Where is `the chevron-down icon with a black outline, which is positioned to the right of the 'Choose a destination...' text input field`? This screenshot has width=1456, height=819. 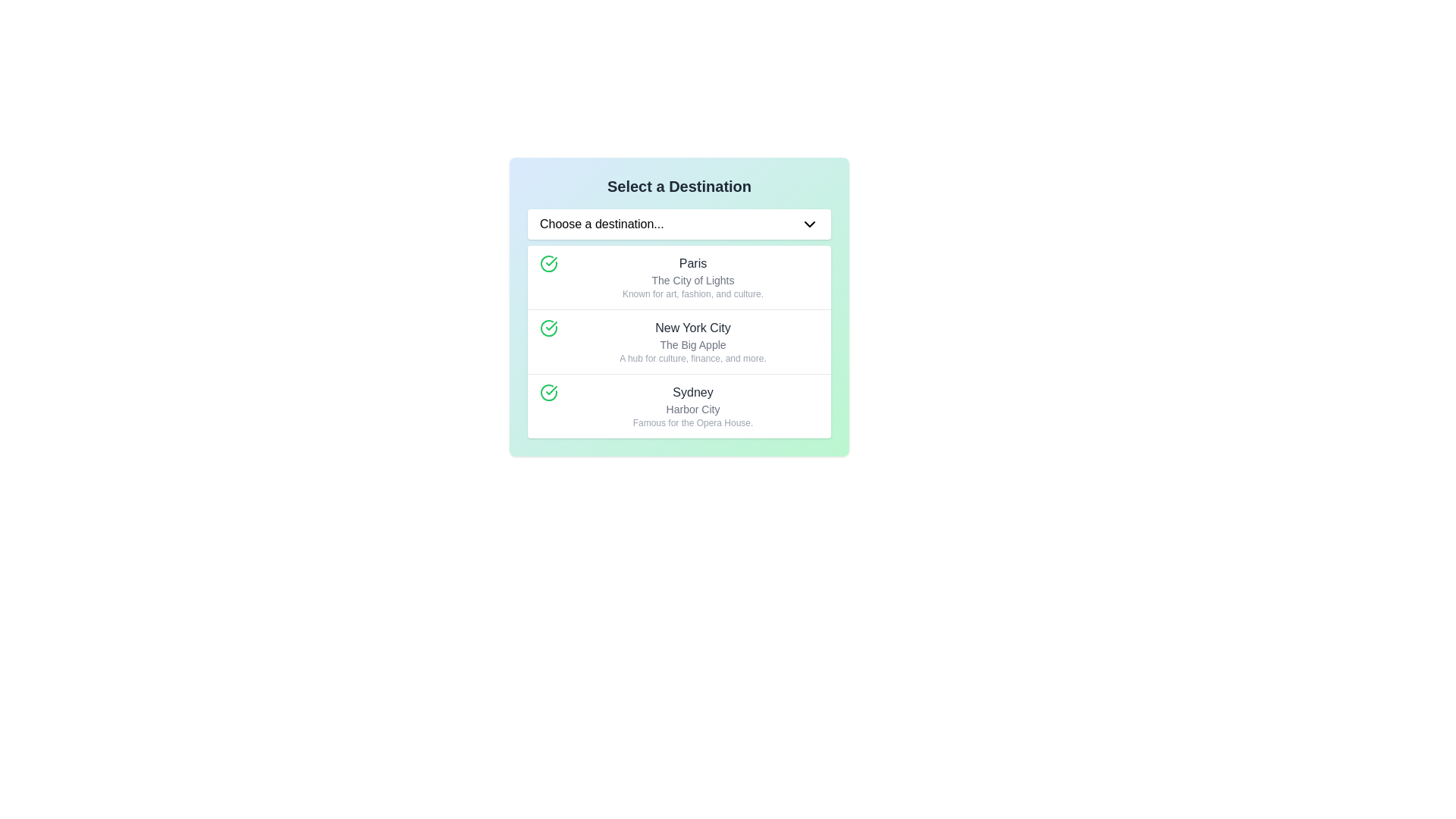 the chevron-down icon with a black outline, which is positioned to the right of the 'Choose a destination...' text input field is located at coordinates (809, 224).